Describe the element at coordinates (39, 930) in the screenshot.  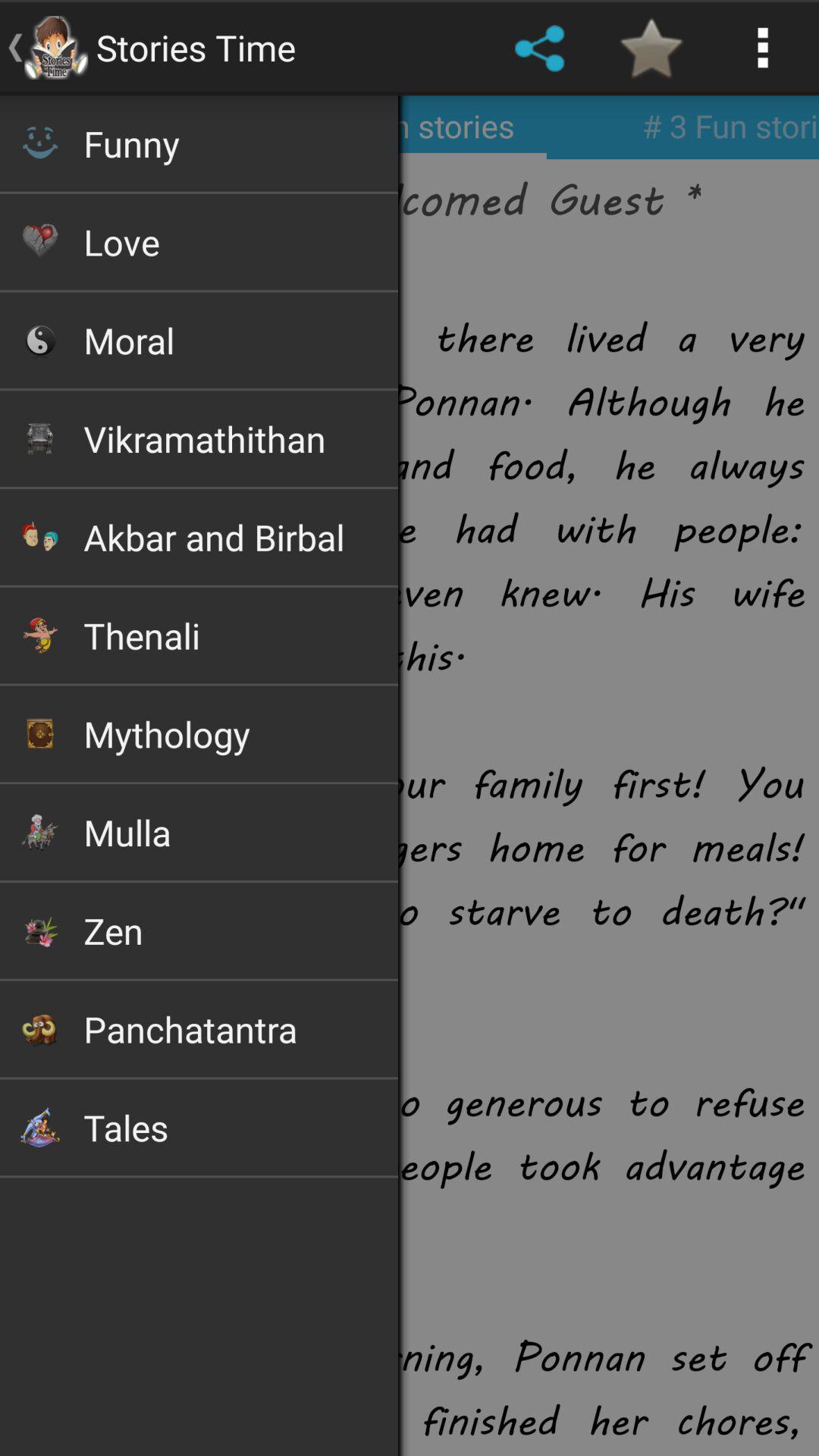
I see `image left to zen` at that location.